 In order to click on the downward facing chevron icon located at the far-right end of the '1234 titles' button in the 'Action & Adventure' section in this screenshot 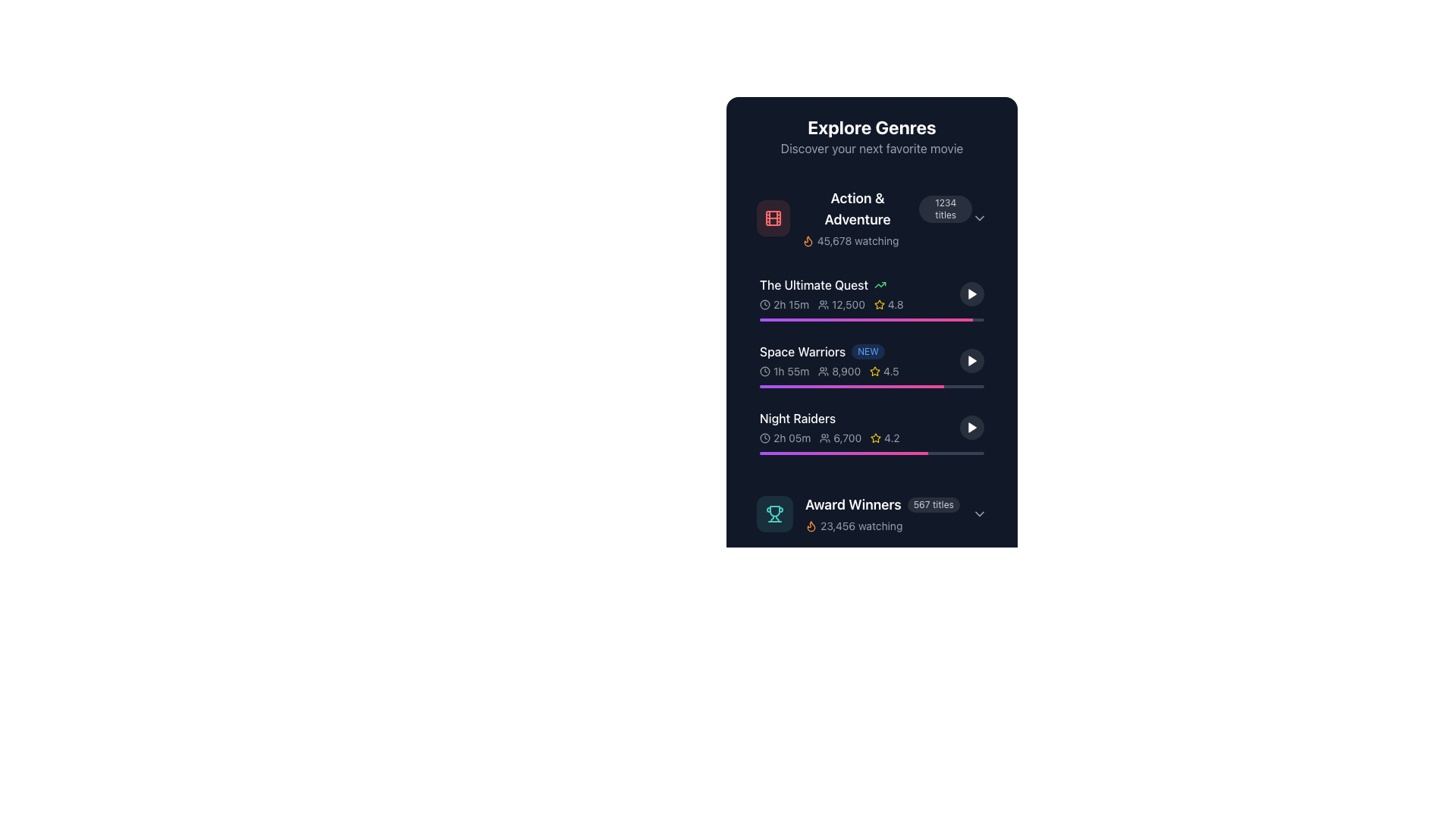, I will do `click(979, 218)`.